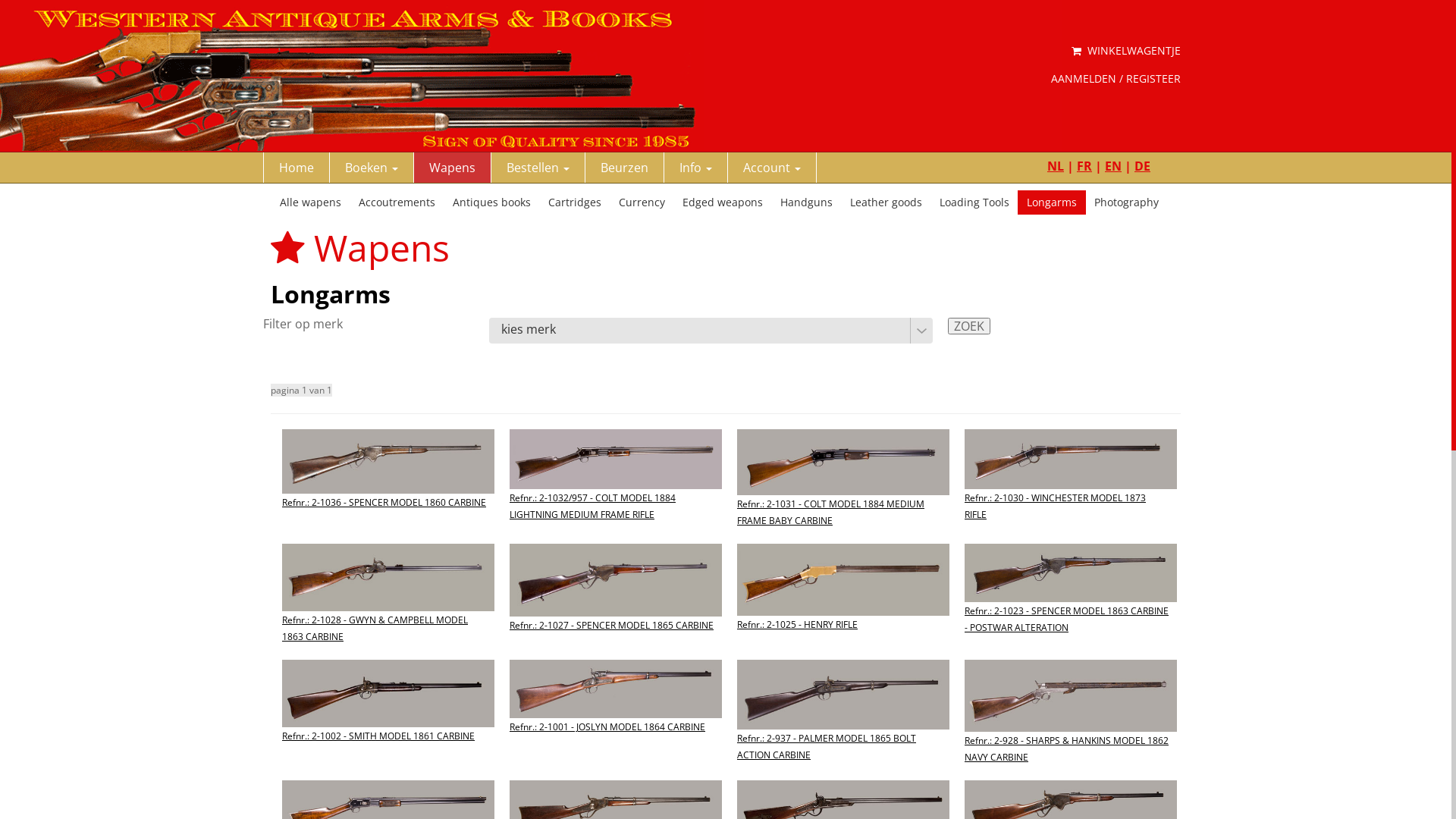 The height and width of the screenshot is (819, 1456). I want to click on 'Refnr.: 2-1002 - SMITH MODEL 1861 CARBINE', so click(388, 714).